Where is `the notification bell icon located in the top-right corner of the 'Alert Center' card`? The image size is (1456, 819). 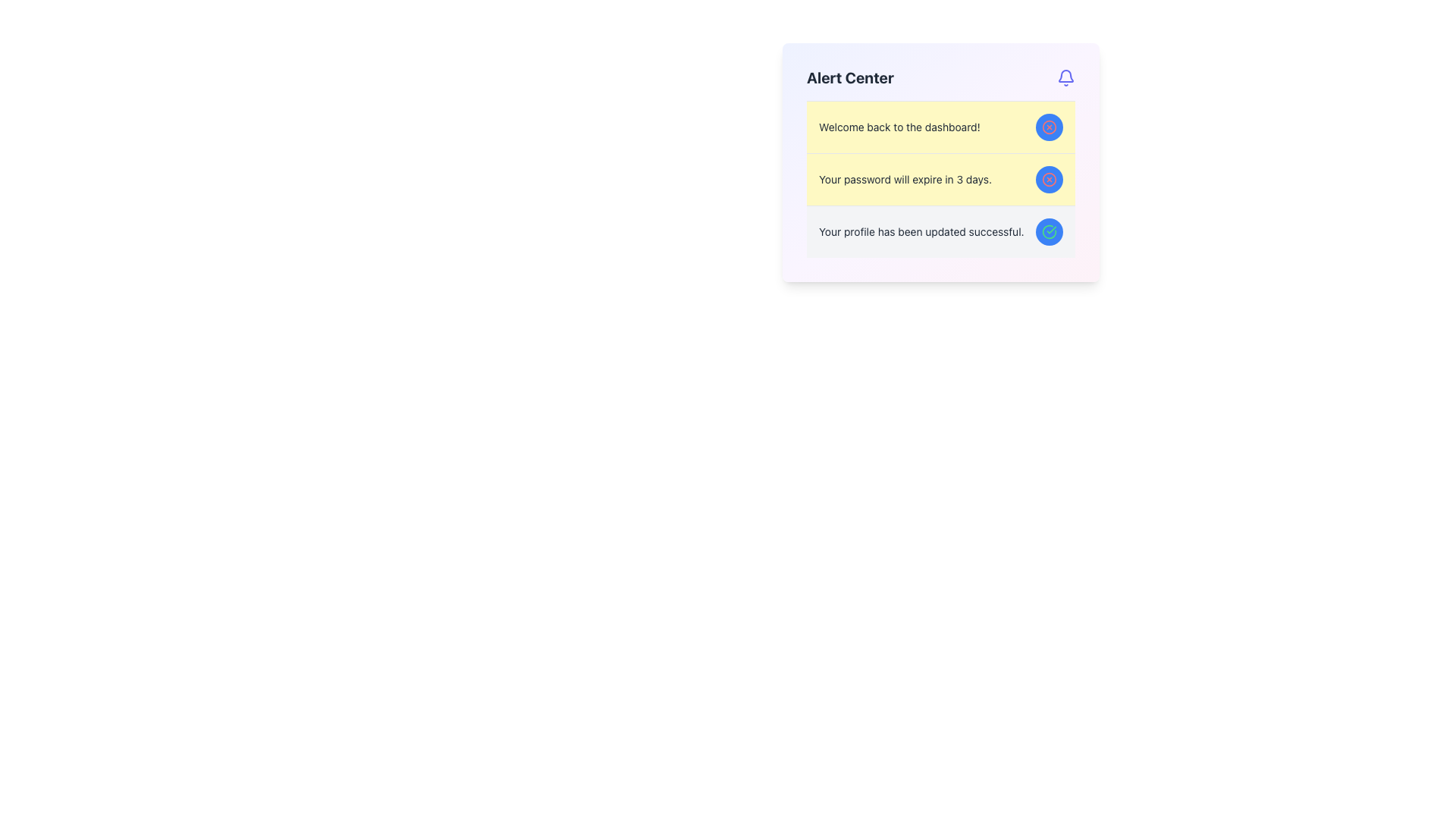 the notification bell icon located in the top-right corner of the 'Alert Center' card is located at coordinates (1065, 78).